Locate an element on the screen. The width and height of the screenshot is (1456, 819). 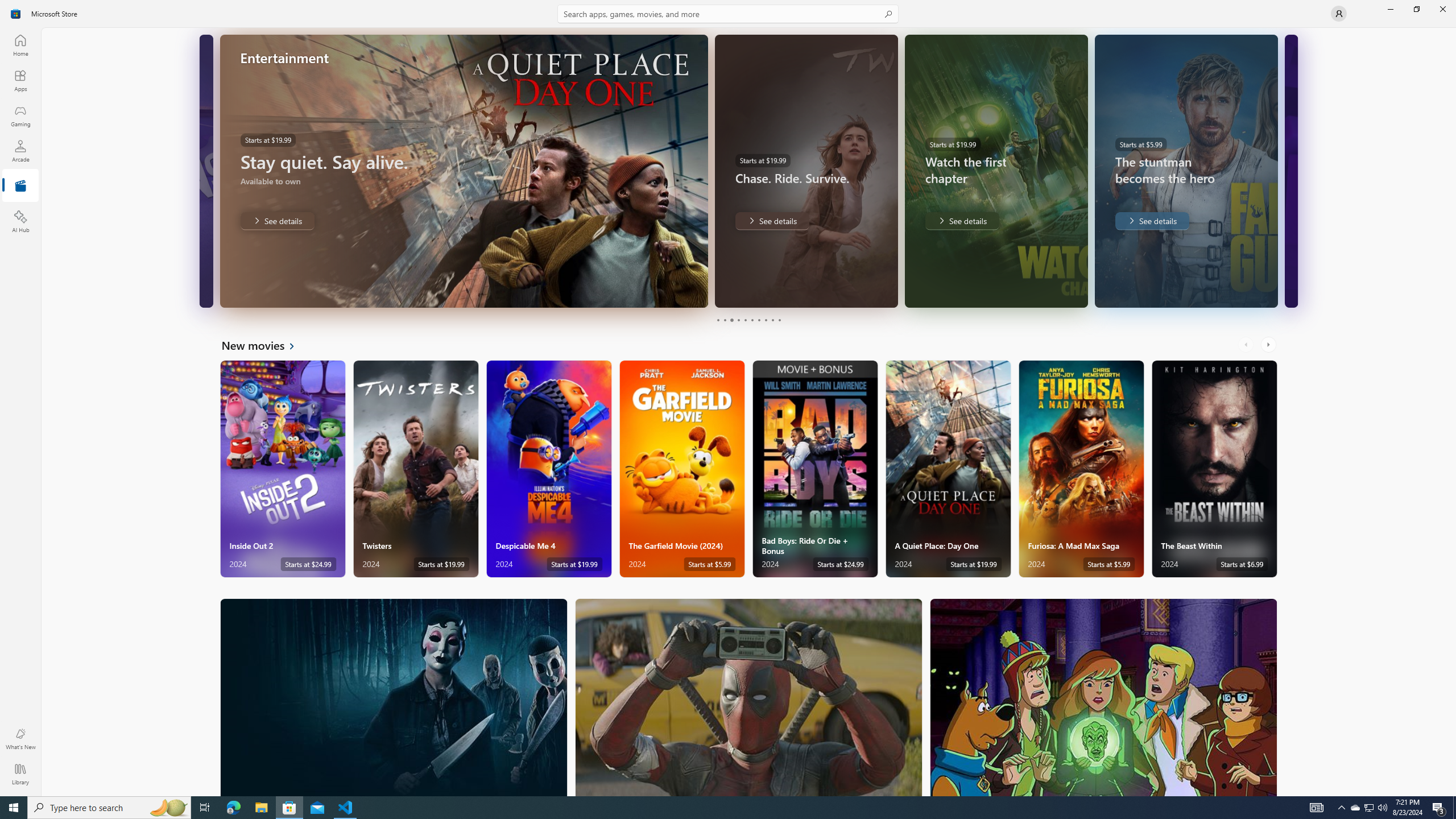
'Page 3' is located at coordinates (731, 320).